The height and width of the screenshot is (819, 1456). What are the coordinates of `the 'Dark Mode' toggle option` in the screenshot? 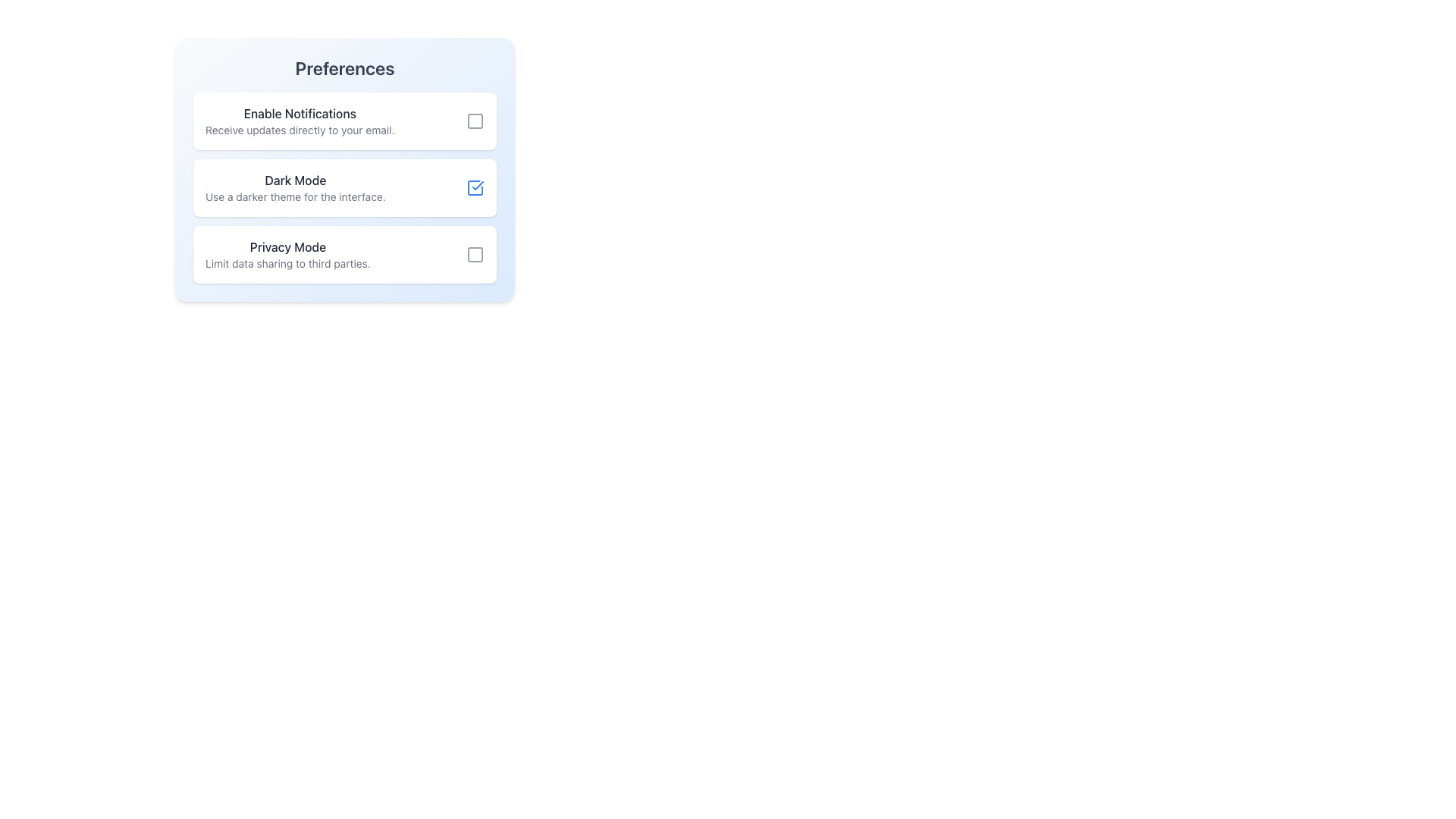 It's located at (344, 187).